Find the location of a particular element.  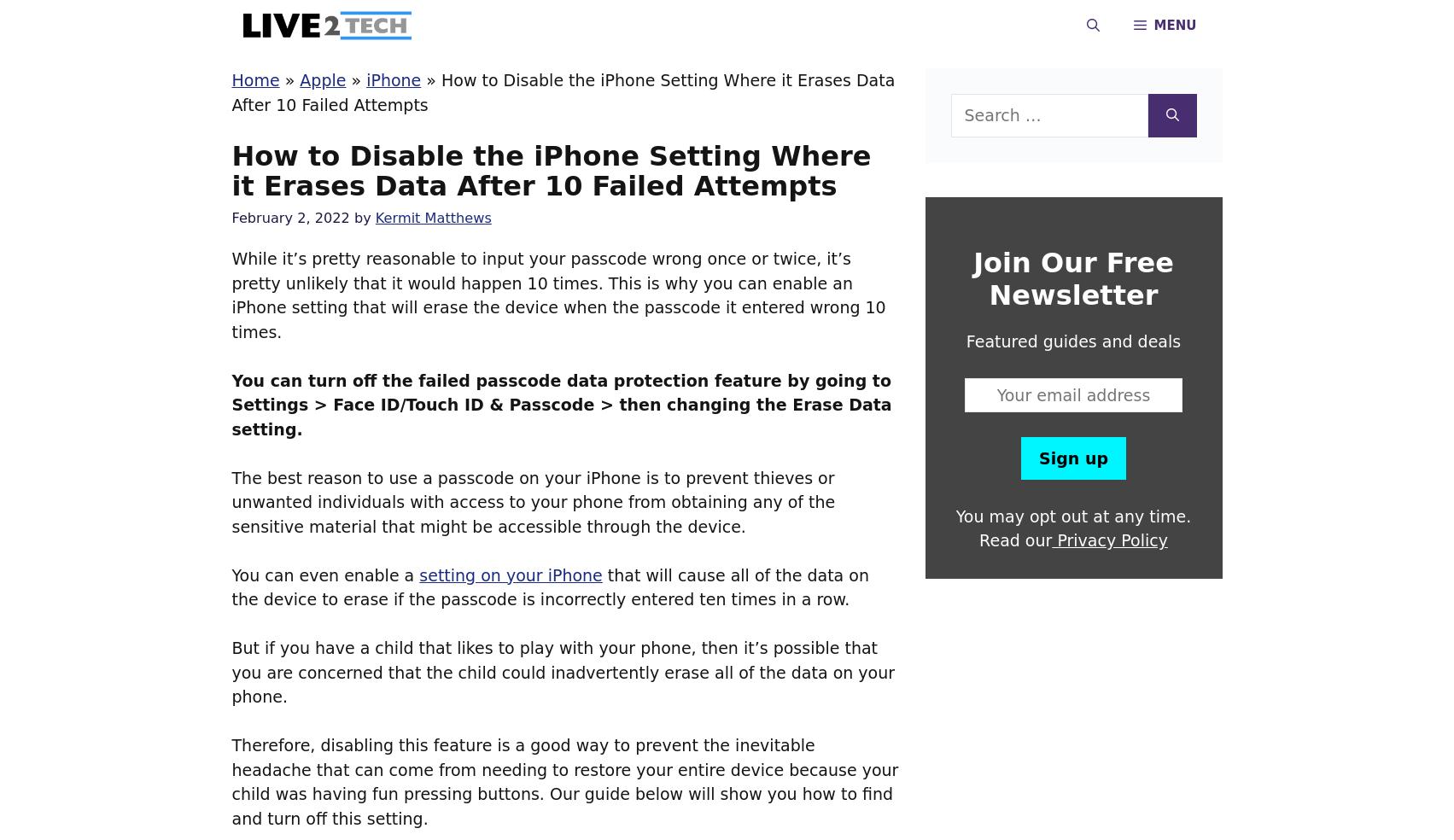

'You can even enable a' is located at coordinates (324, 574).